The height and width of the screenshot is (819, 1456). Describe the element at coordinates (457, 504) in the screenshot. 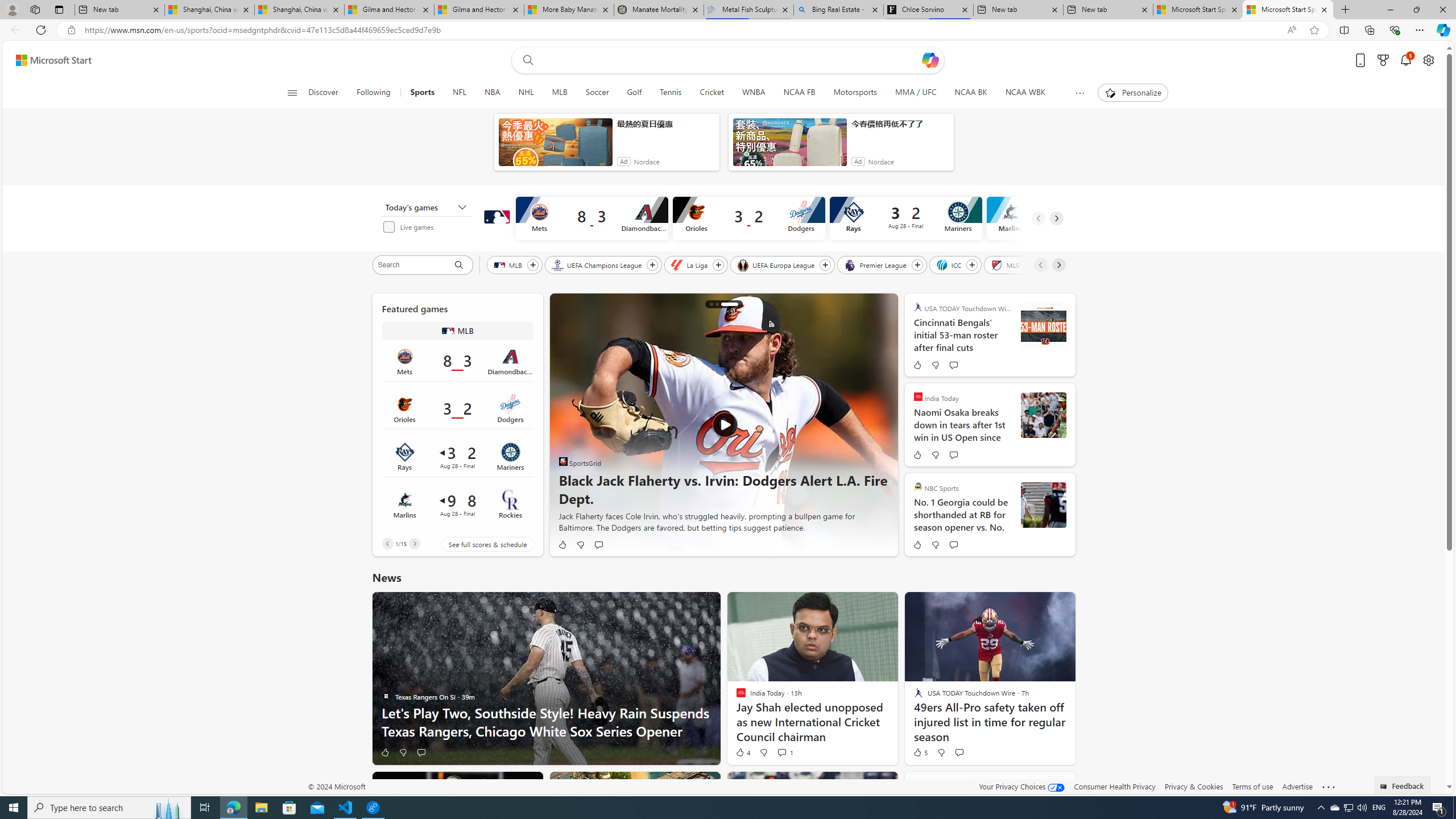

I see `'Marlins 9 vs Rockies 8Final Date Aug 28'` at that location.